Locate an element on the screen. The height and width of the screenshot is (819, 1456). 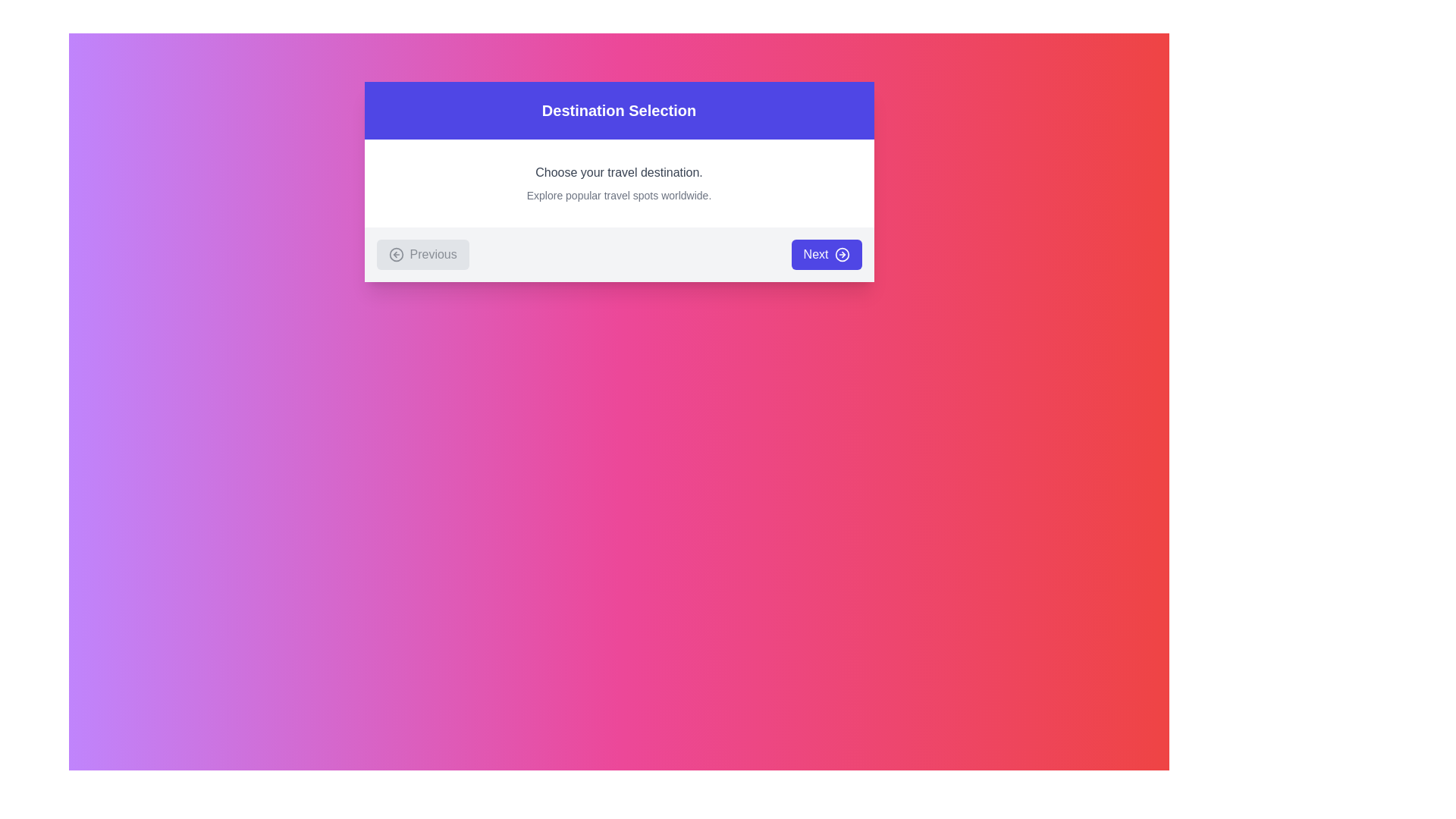
the appearance of the circular 'Previous' icon located at the bottom-left corner of the central modal dialog, which visually indicates a 'Previous' action is located at coordinates (396, 253).